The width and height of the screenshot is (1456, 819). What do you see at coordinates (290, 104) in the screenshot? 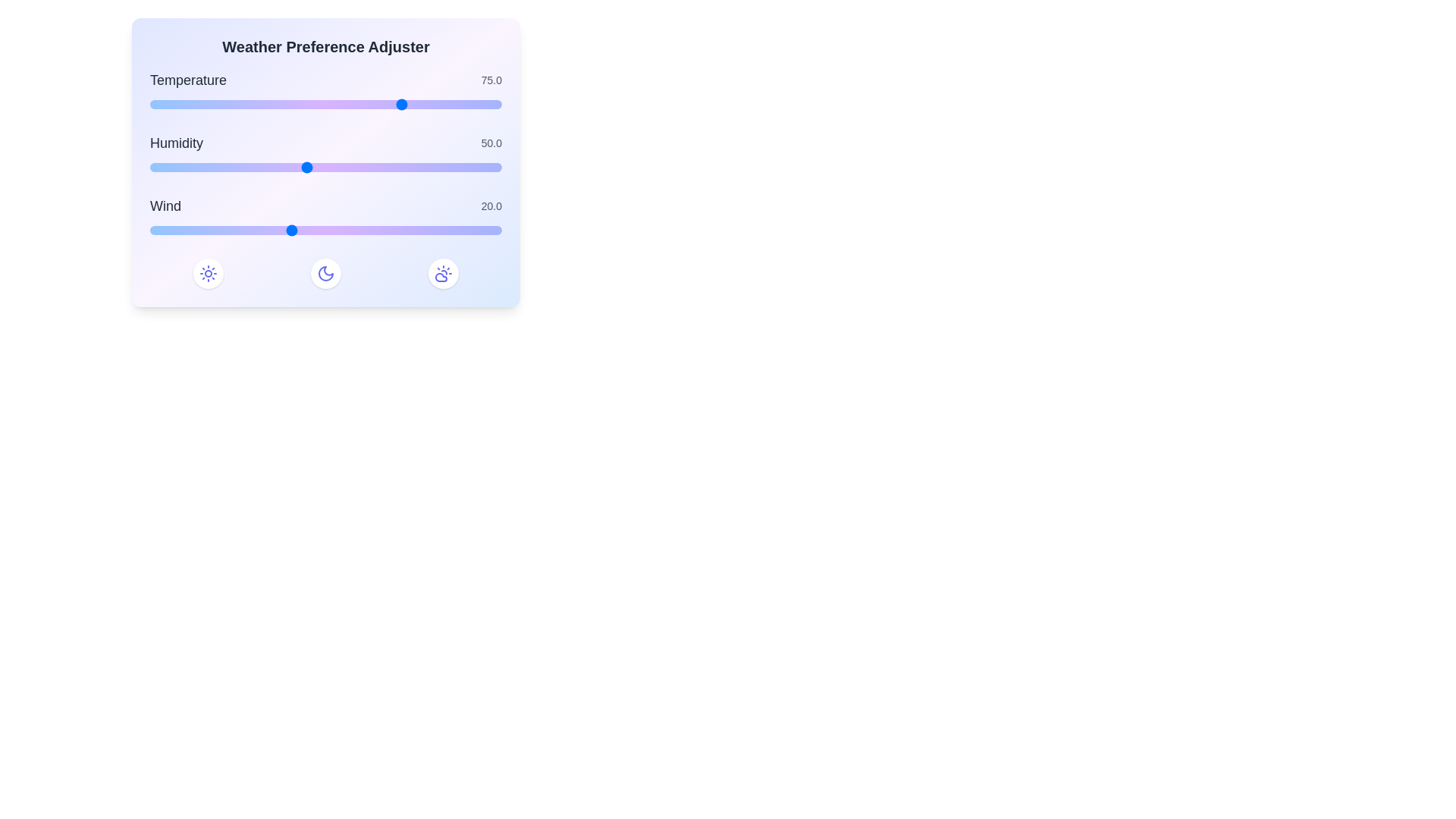
I see `the temperature` at bounding box center [290, 104].